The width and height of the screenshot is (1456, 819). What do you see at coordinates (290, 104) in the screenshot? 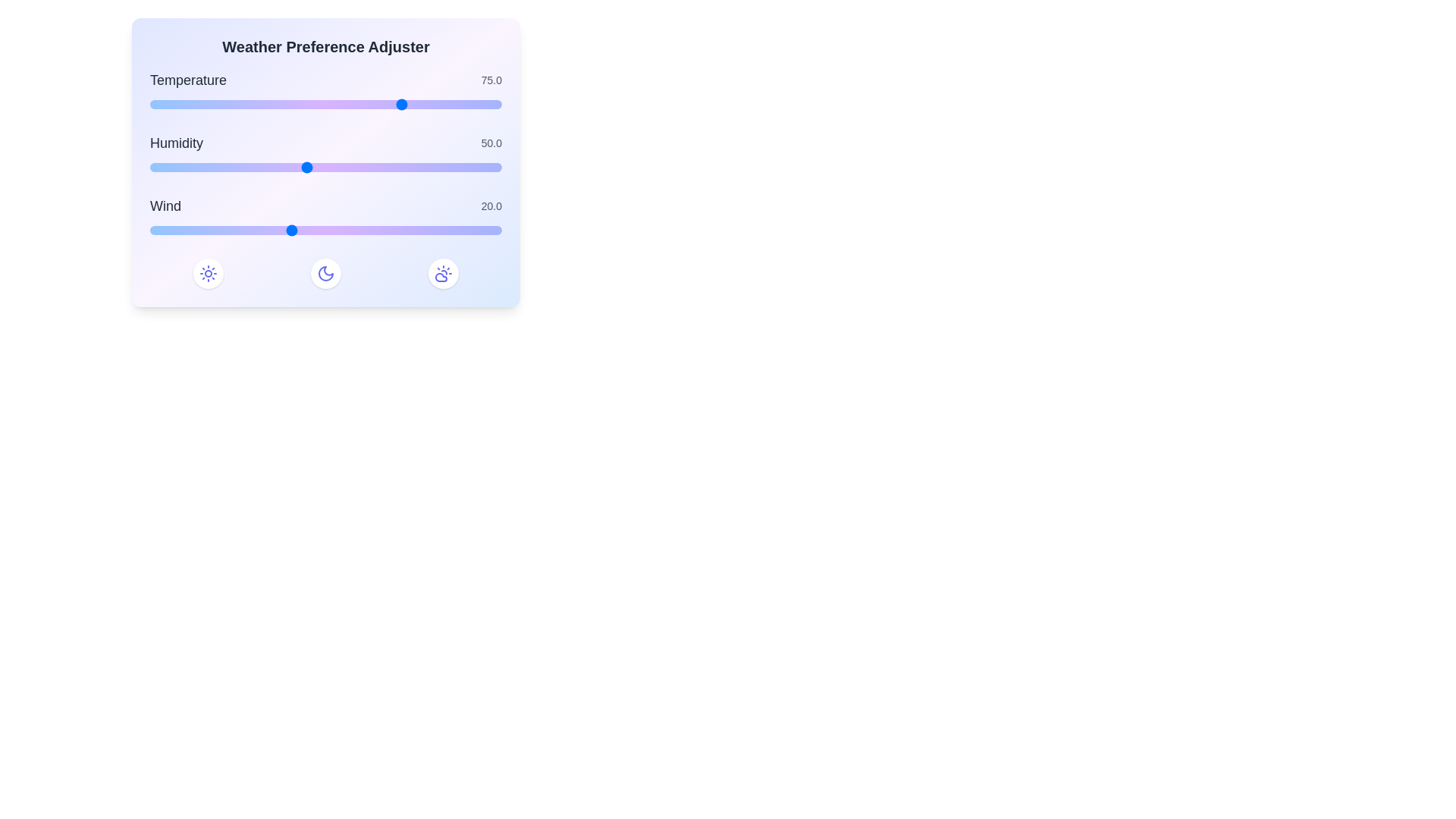
I see `the temperature` at bounding box center [290, 104].